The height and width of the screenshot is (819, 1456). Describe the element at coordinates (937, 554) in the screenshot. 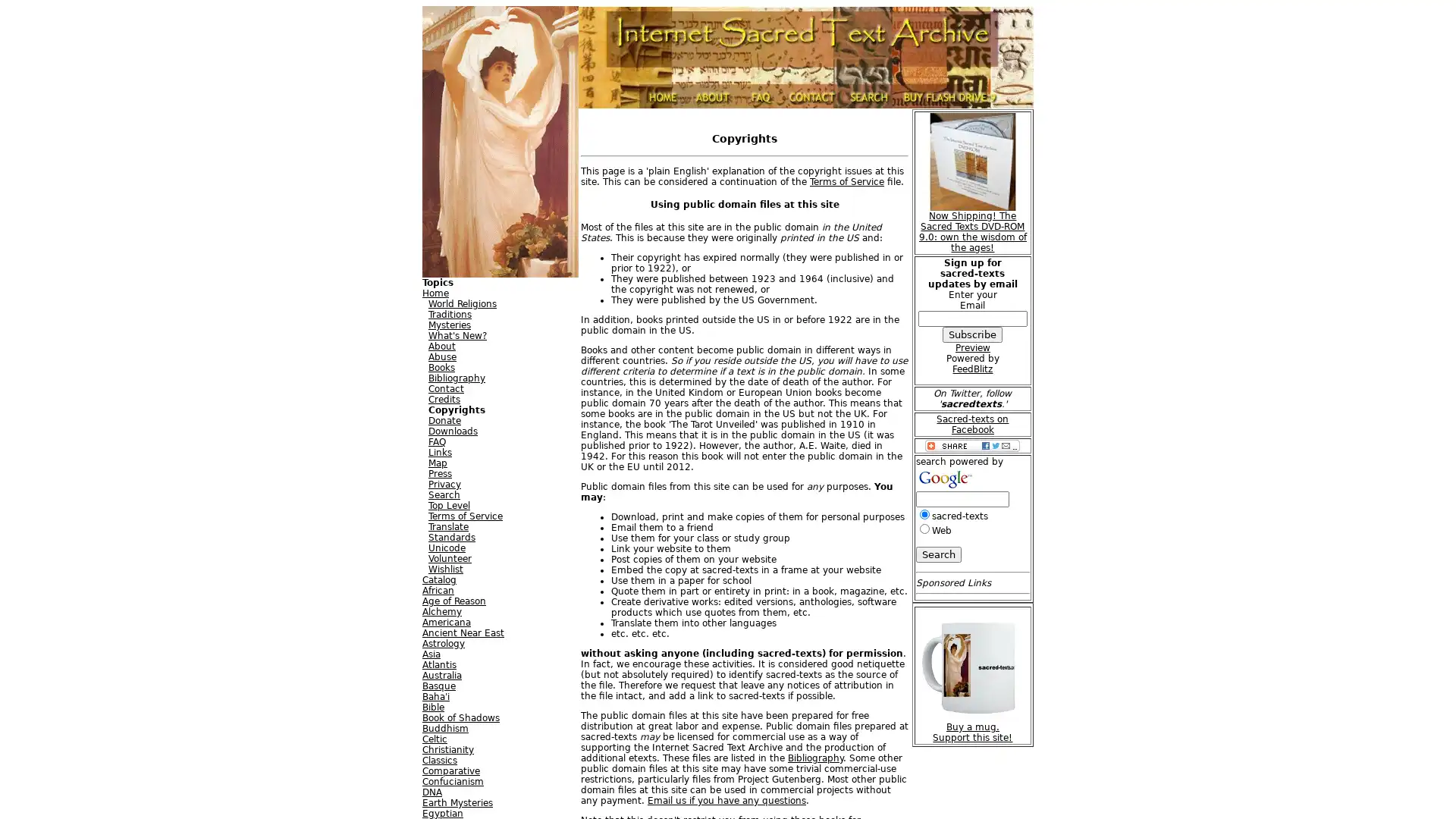

I see `Search` at that location.